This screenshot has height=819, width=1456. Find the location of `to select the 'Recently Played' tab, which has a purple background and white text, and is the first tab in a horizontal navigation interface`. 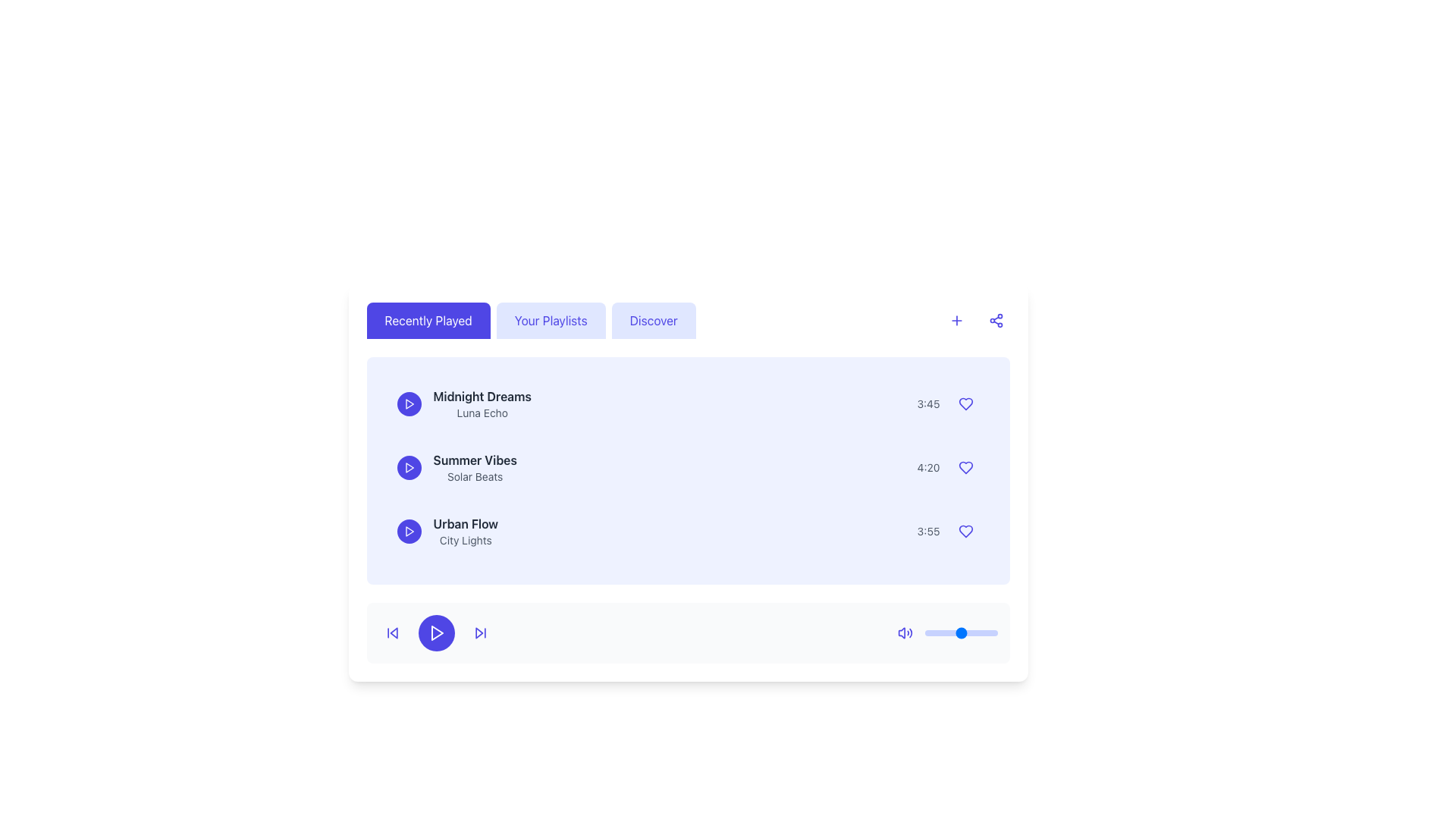

to select the 'Recently Played' tab, which has a purple background and white text, and is the first tab in a horizontal navigation interface is located at coordinates (428, 320).